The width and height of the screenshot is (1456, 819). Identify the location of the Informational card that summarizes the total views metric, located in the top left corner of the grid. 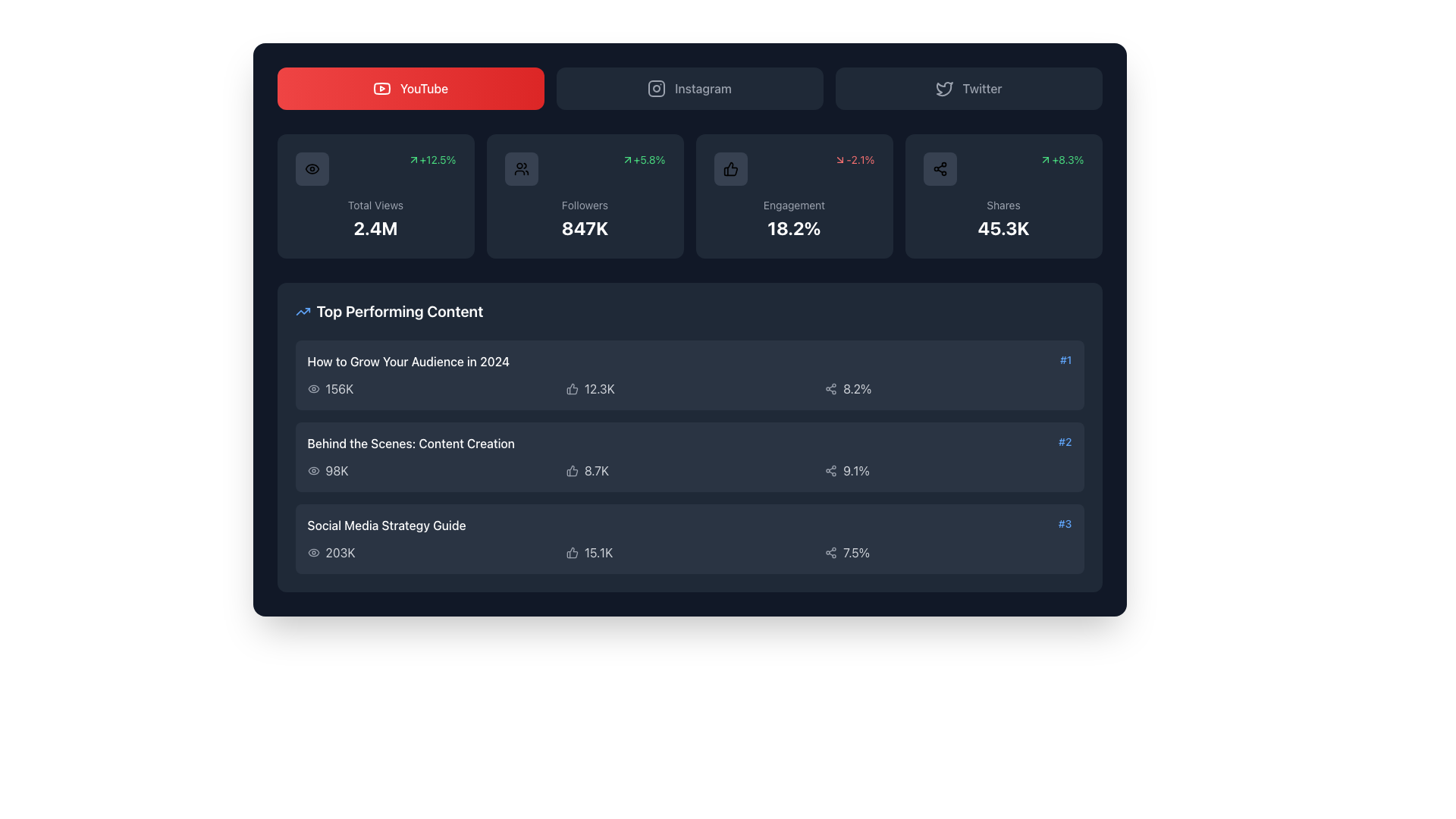
(375, 195).